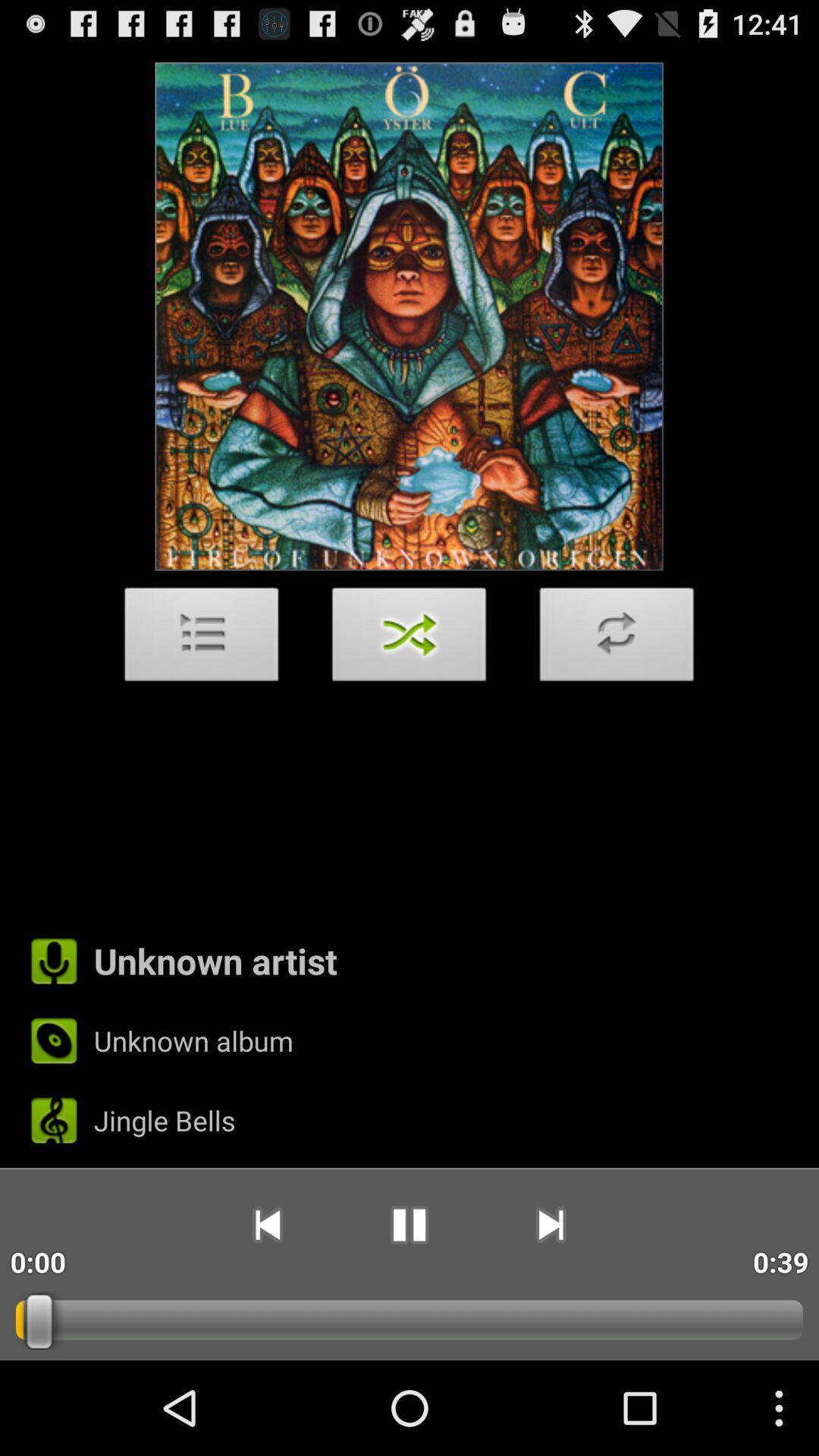 The width and height of the screenshot is (819, 1456). What do you see at coordinates (266, 1310) in the screenshot?
I see `the skip_previous icon` at bounding box center [266, 1310].